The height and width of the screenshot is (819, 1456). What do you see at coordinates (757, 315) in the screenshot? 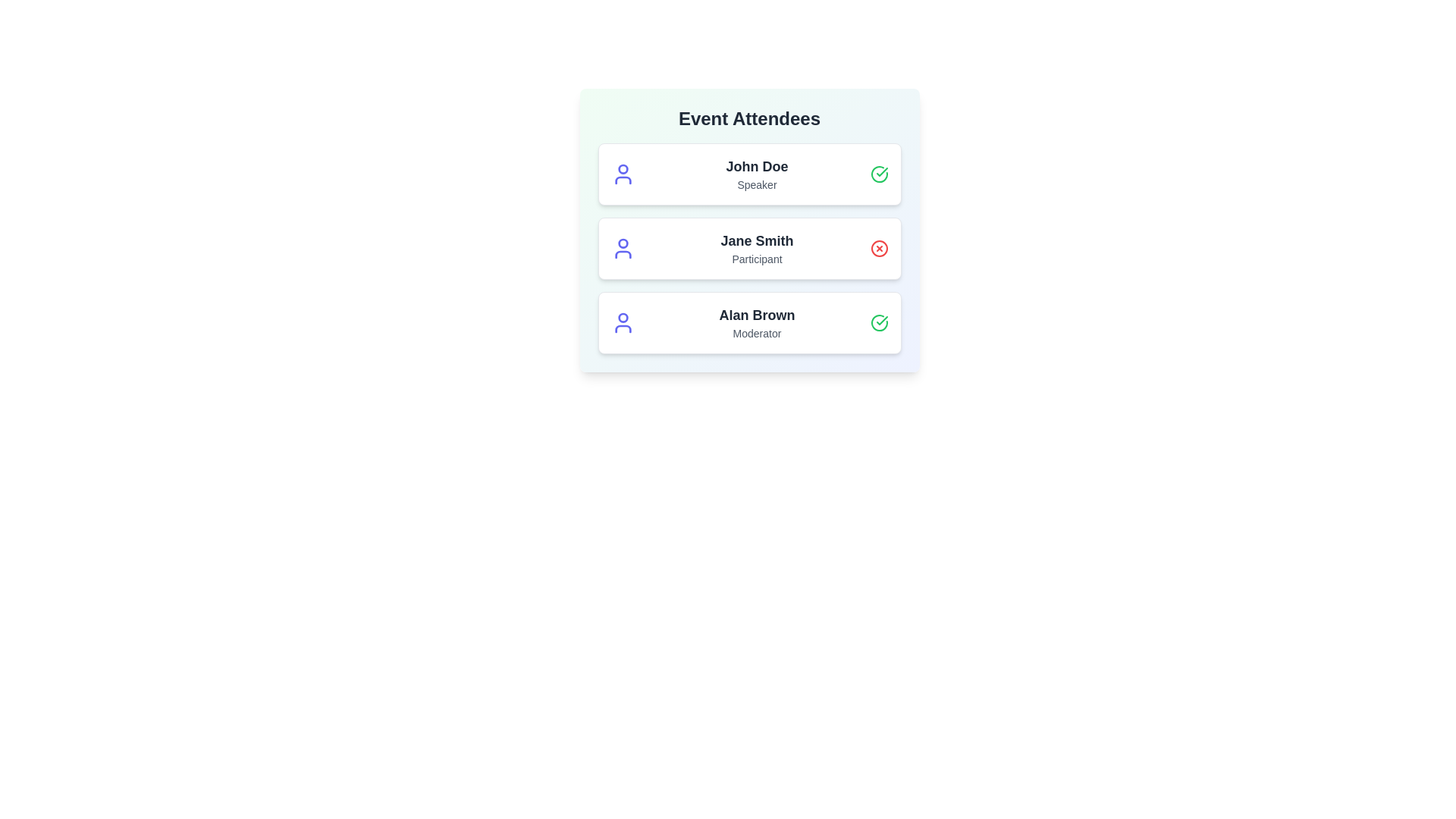
I see `the name of an attendee to view their details. The attendee can be selected using the parameter Alan Brown` at bounding box center [757, 315].